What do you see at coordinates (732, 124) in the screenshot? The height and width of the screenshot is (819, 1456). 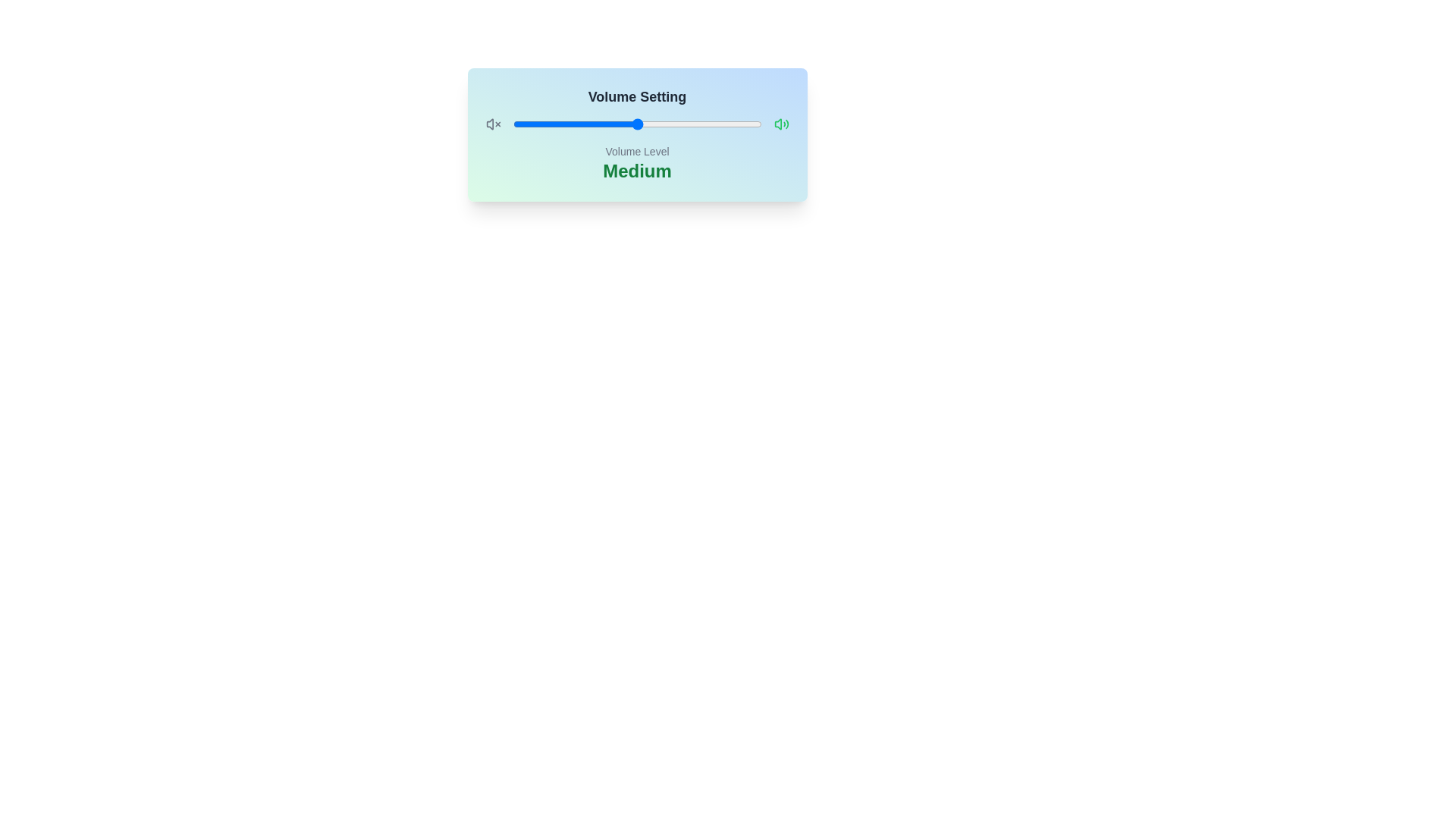 I see `the volume slider to 88%` at bounding box center [732, 124].